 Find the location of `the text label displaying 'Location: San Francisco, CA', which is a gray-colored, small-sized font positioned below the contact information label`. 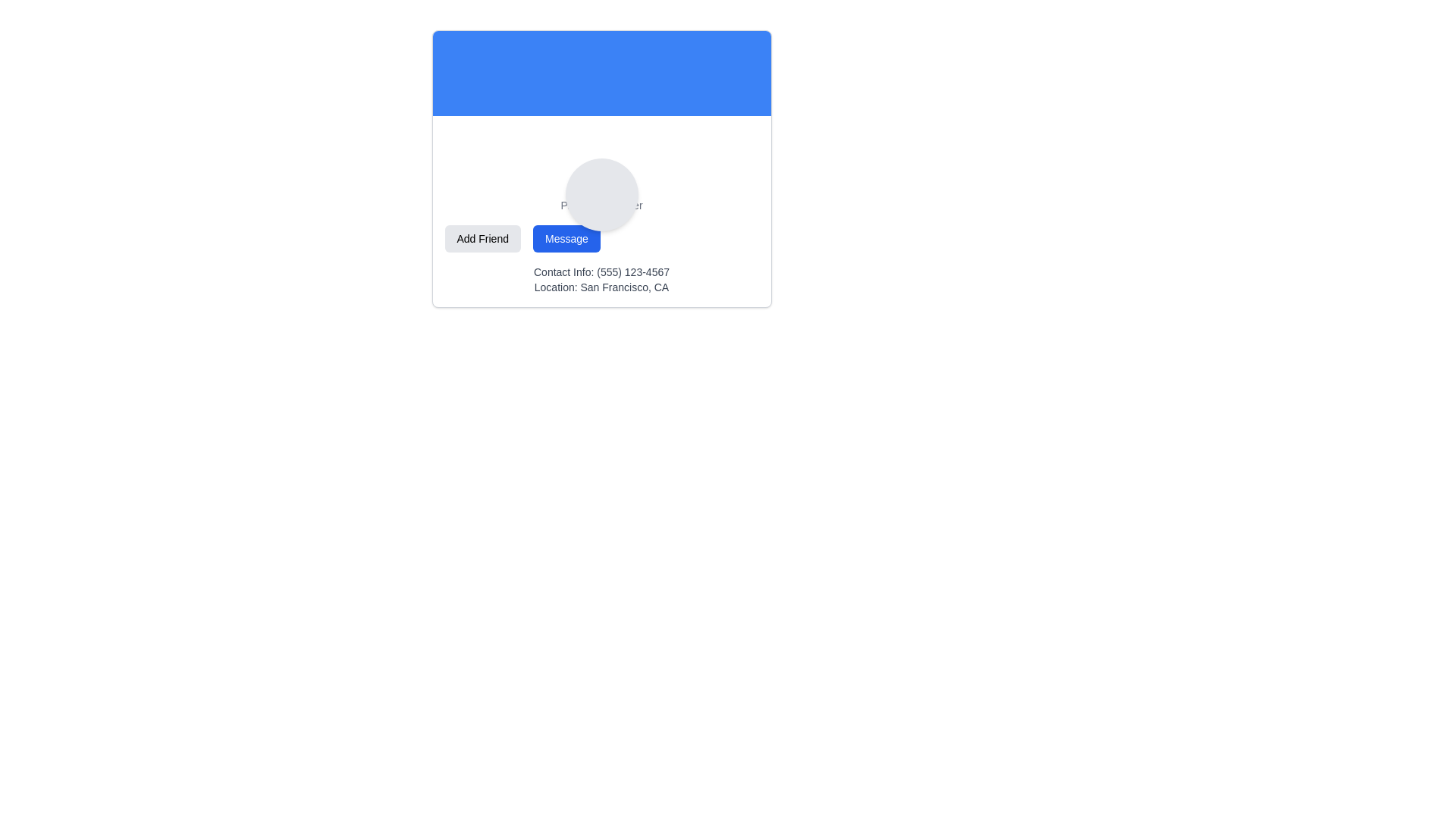

the text label displaying 'Location: San Francisco, CA', which is a gray-colored, small-sized font positioned below the contact information label is located at coordinates (601, 287).